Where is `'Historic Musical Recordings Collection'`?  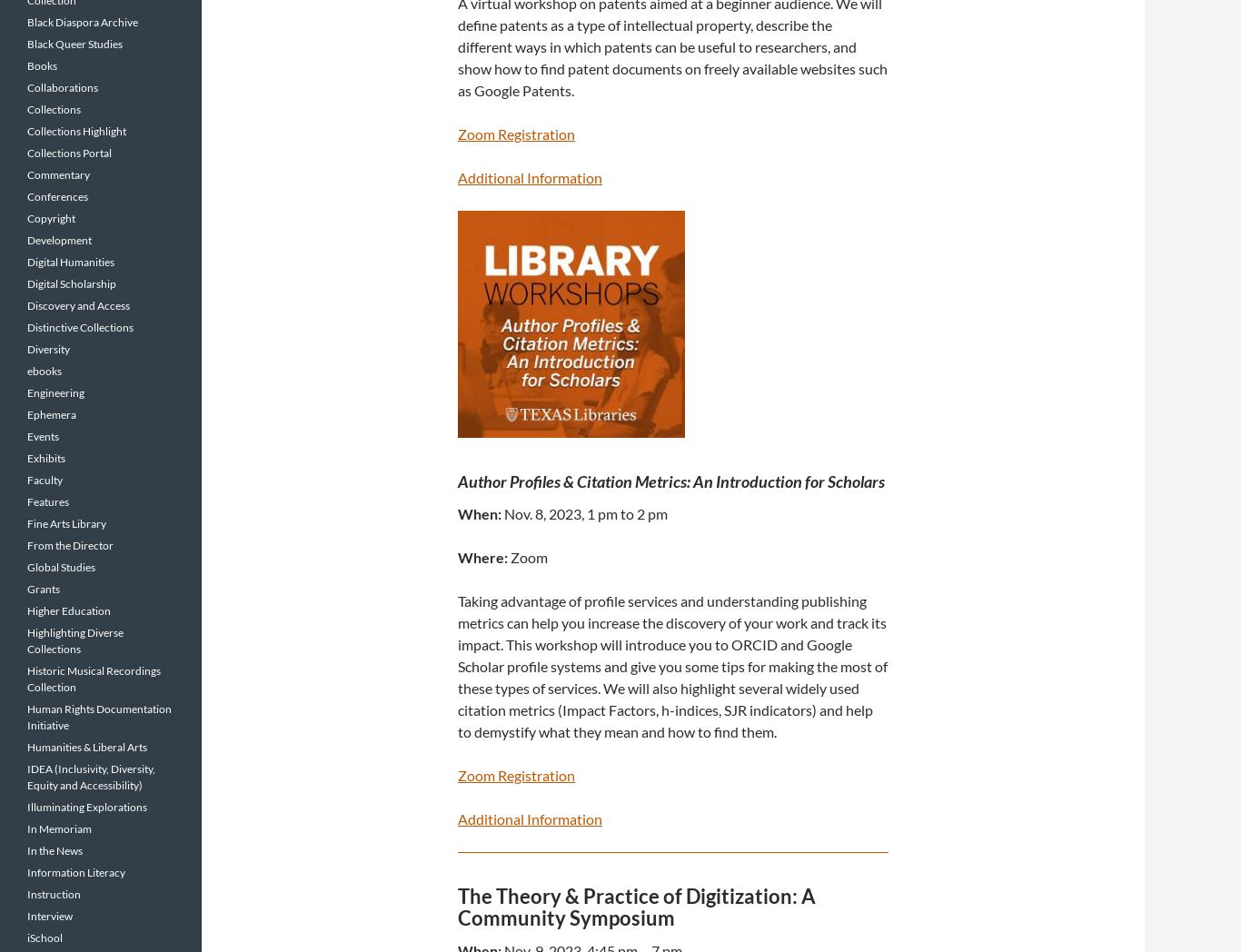 'Historic Musical Recordings Collection' is located at coordinates (94, 679).